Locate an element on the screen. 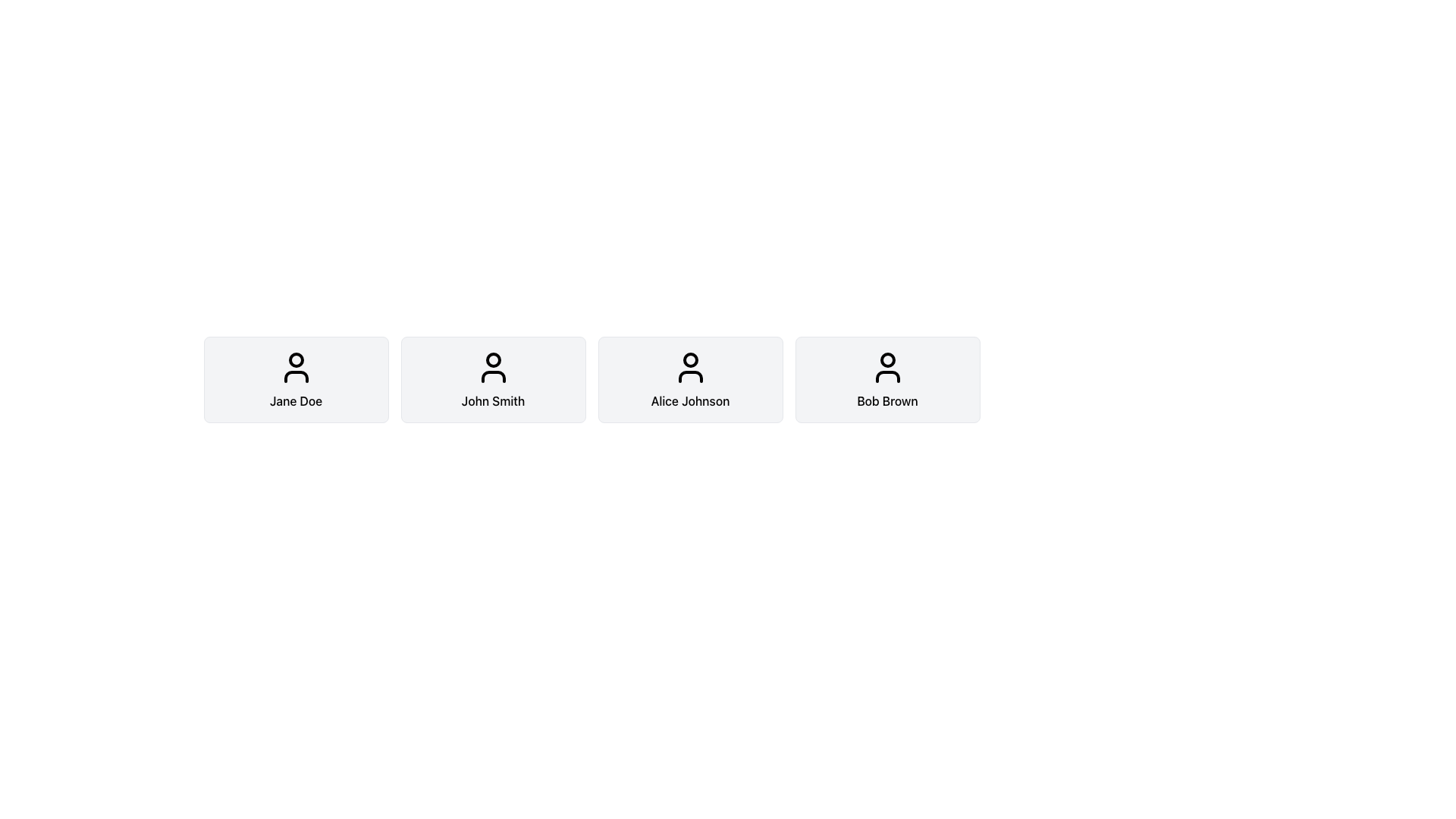  the circular user avatar icon with a black stroke and white interior, located above the text 'Jane Doe' in the first card of a horizontal list is located at coordinates (296, 359).